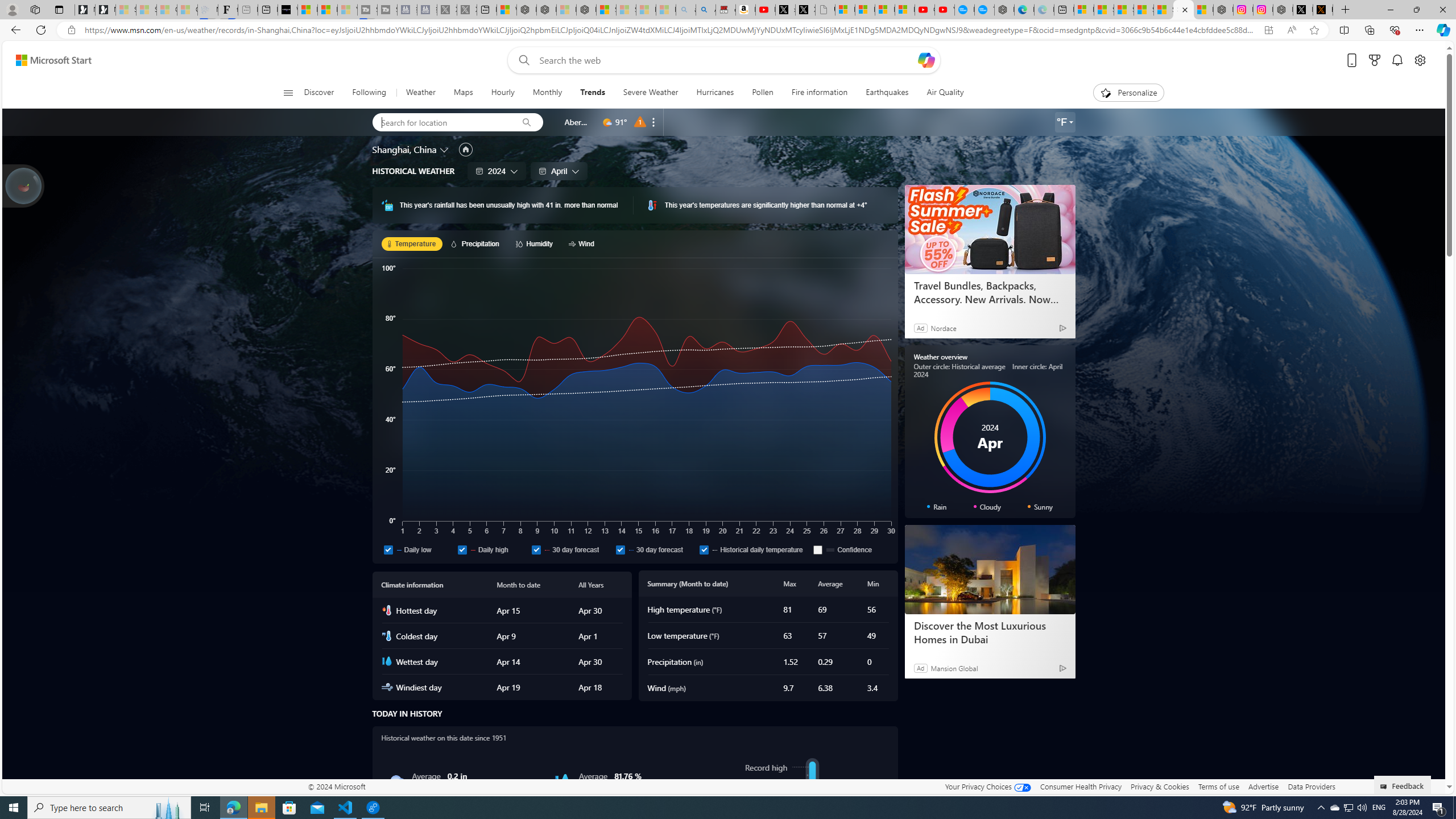  Describe the element at coordinates (440, 122) in the screenshot. I see `'Search for location'` at that location.